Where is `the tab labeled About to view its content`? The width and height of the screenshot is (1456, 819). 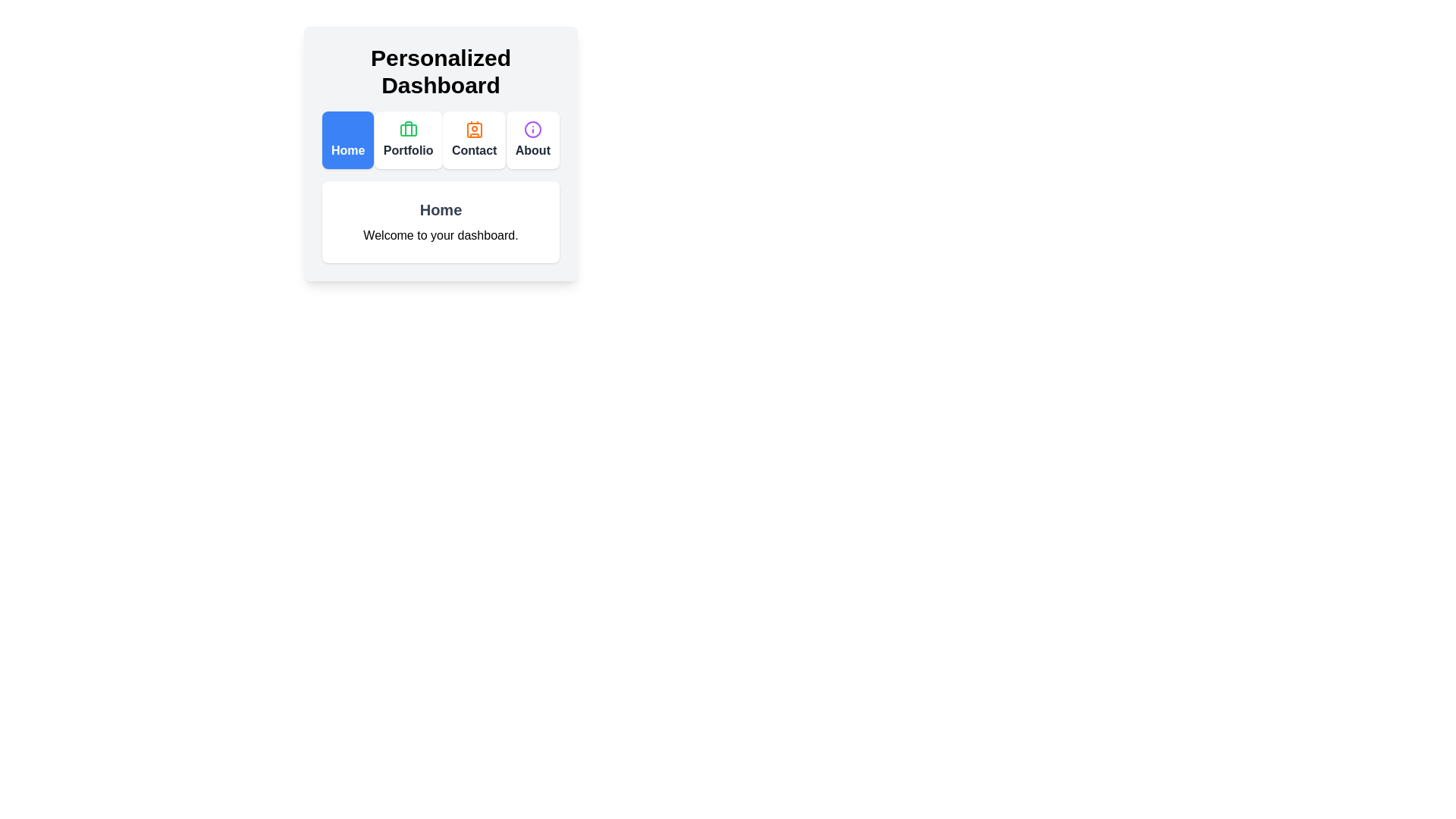 the tab labeled About to view its content is located at coordinates (532, 140).